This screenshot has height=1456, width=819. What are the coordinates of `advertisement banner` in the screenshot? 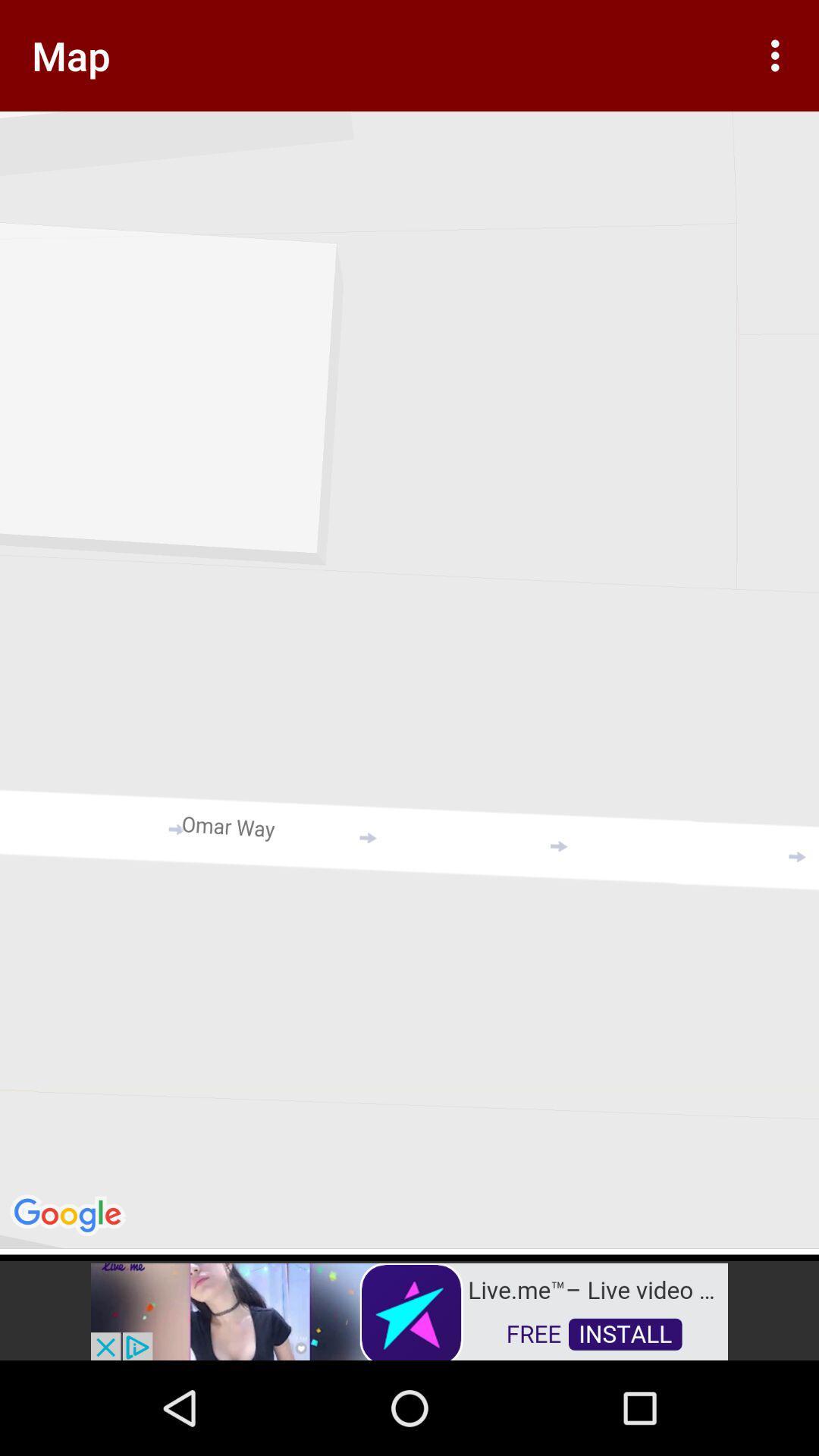 It's located at (409, 1310).